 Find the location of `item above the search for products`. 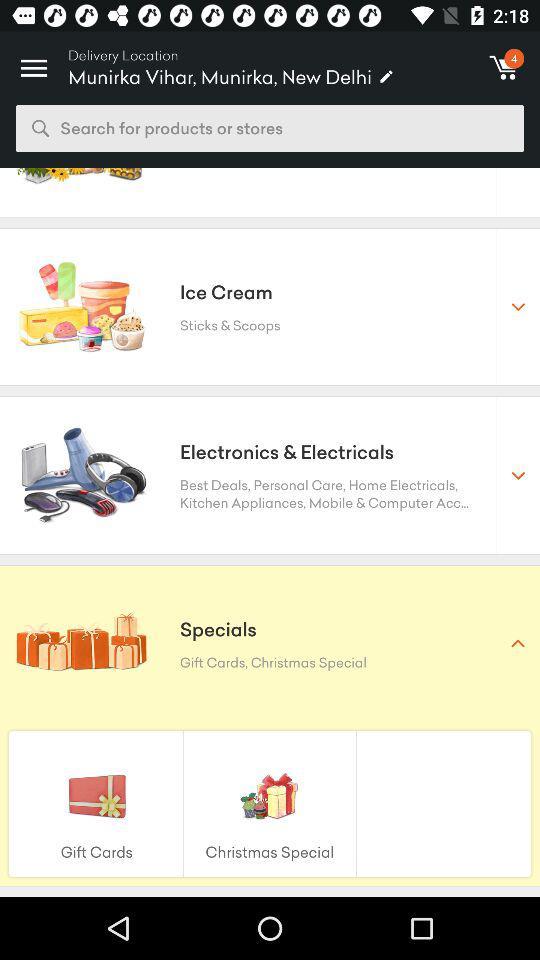

item above the search for products is located at coordinates (33, 62).